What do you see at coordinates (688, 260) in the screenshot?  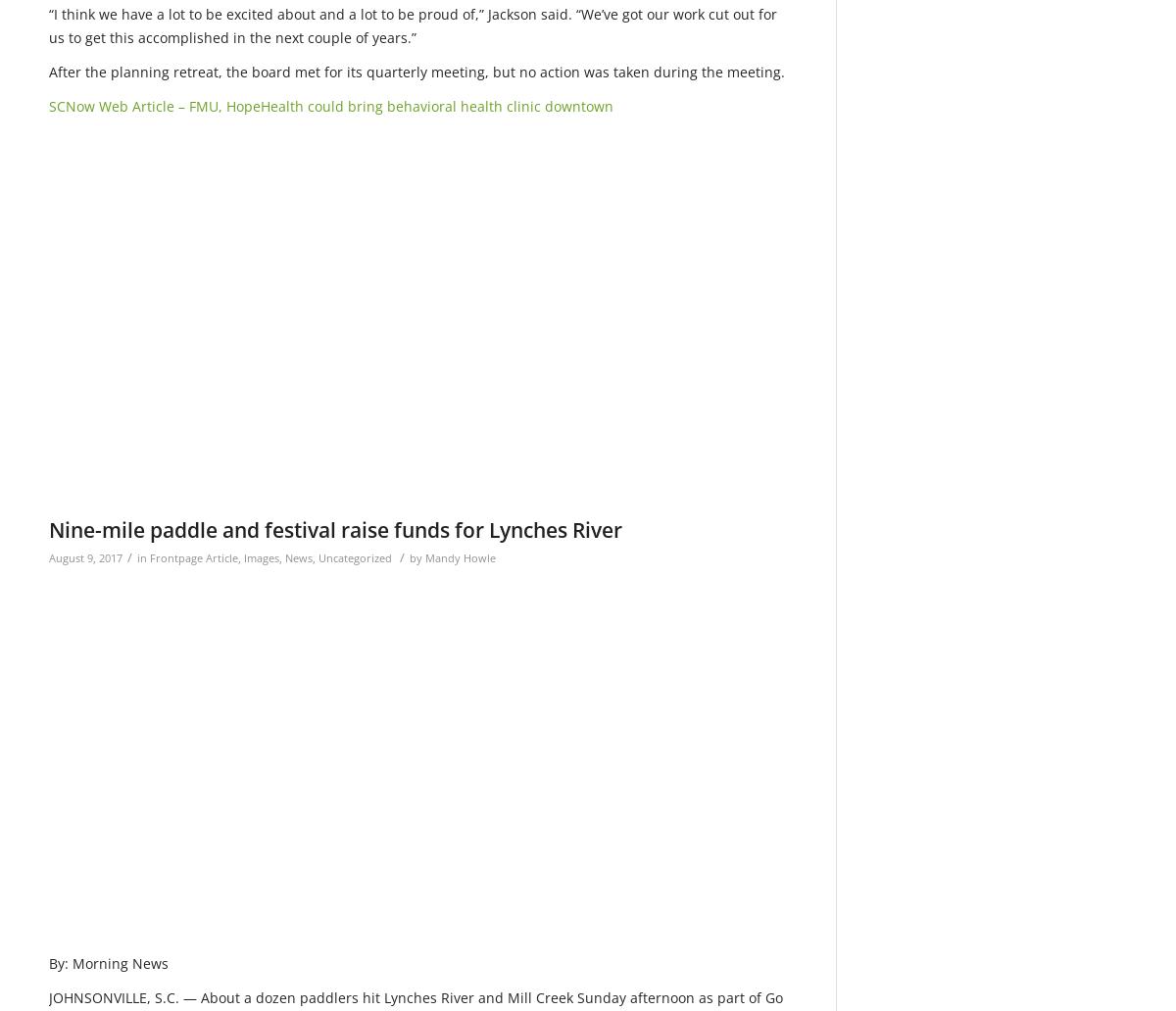 I see `'2017-08-09 10:47:16'` at bounding box center [688, 260].